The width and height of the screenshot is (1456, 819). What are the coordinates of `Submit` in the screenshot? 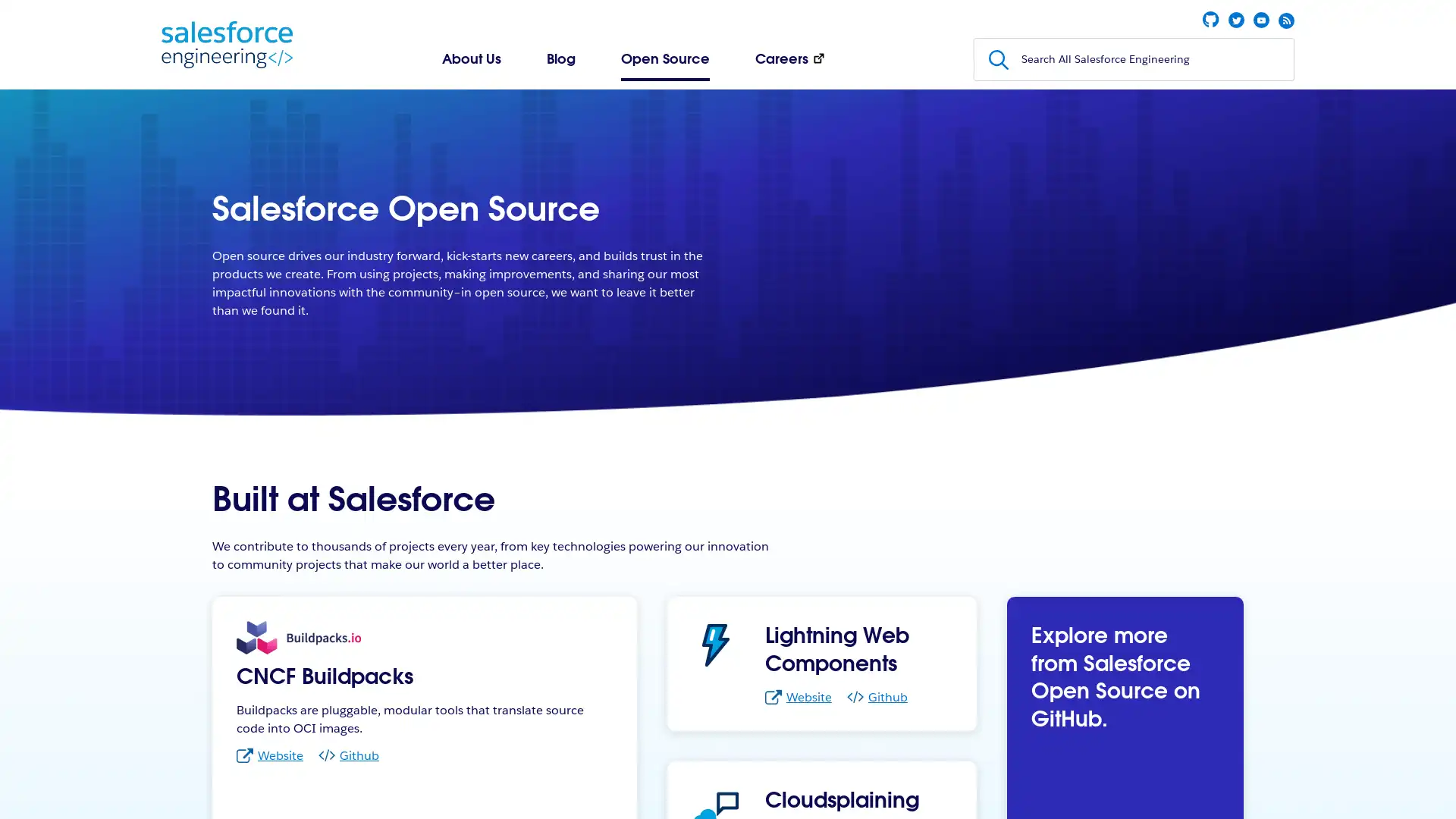 It's located at (1293, 36).